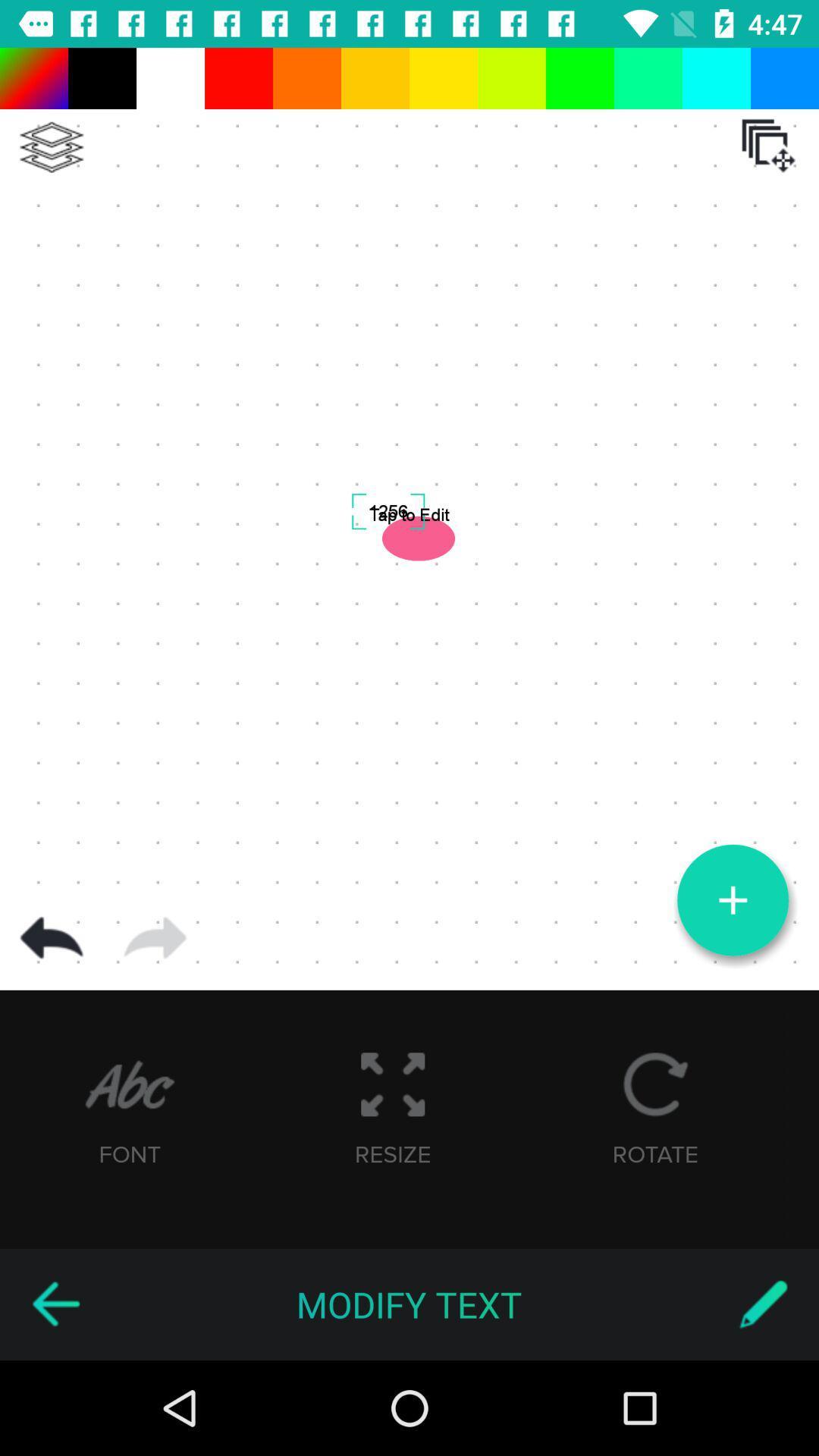  What do you see at coordinates (768, 146) in the screenshot?
I see `the icon at the top right corner` at bounding box center [768, 146].